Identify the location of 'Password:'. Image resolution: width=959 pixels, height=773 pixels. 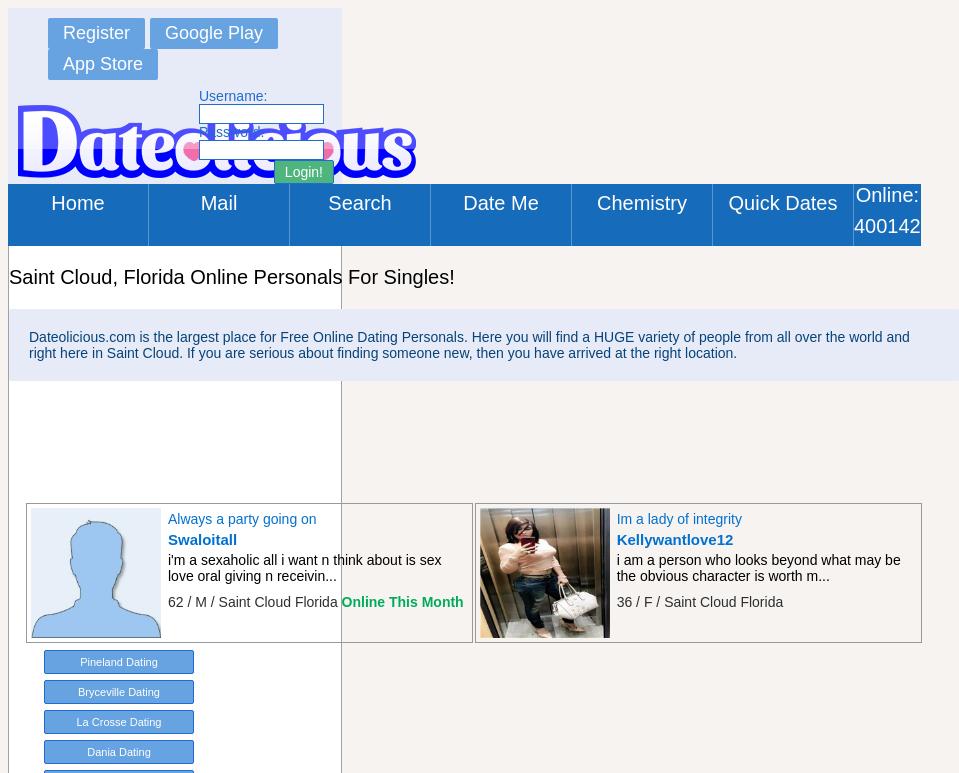
(231, 131).